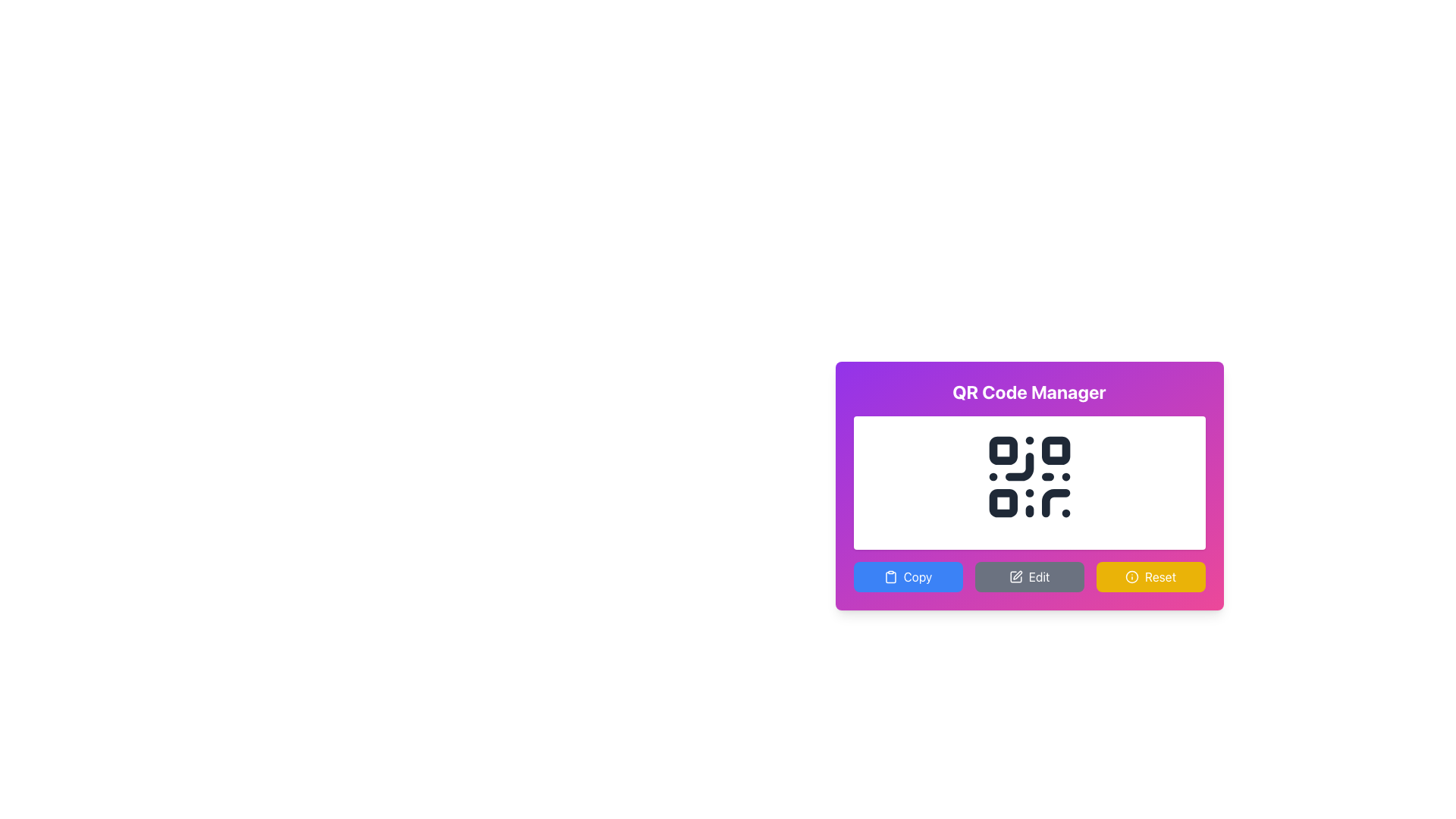  What do you see at coordinates (1150, 576) in the screenshot?
I see `the yellow 'Reset' button located at the bottom of the interface, which is the third button from the left, to trigger hover effects` at bounding box center [1150, 576].